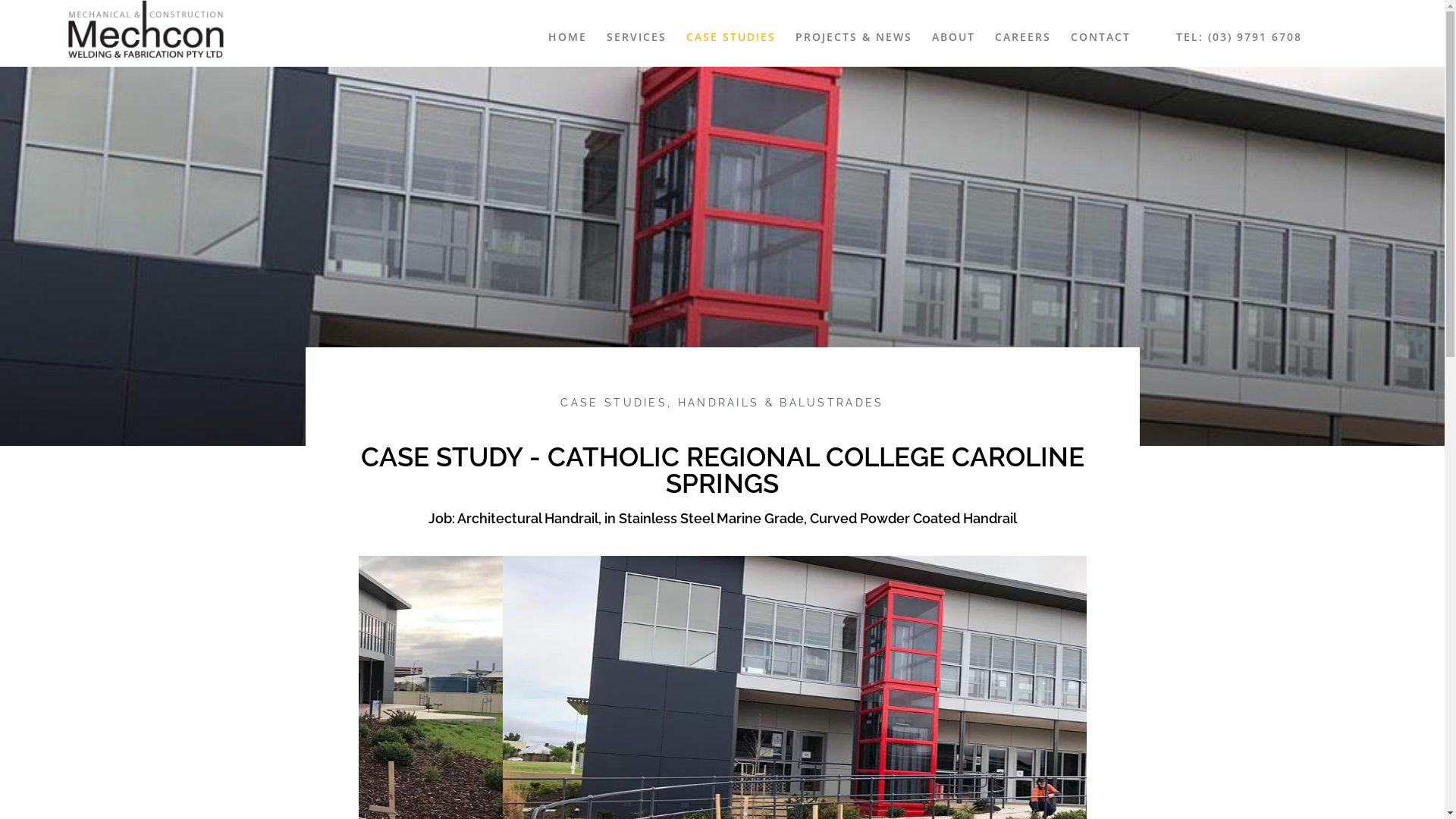  I want to click on 'HANDRAILS & BALUSTRADES', so click(676, 402).